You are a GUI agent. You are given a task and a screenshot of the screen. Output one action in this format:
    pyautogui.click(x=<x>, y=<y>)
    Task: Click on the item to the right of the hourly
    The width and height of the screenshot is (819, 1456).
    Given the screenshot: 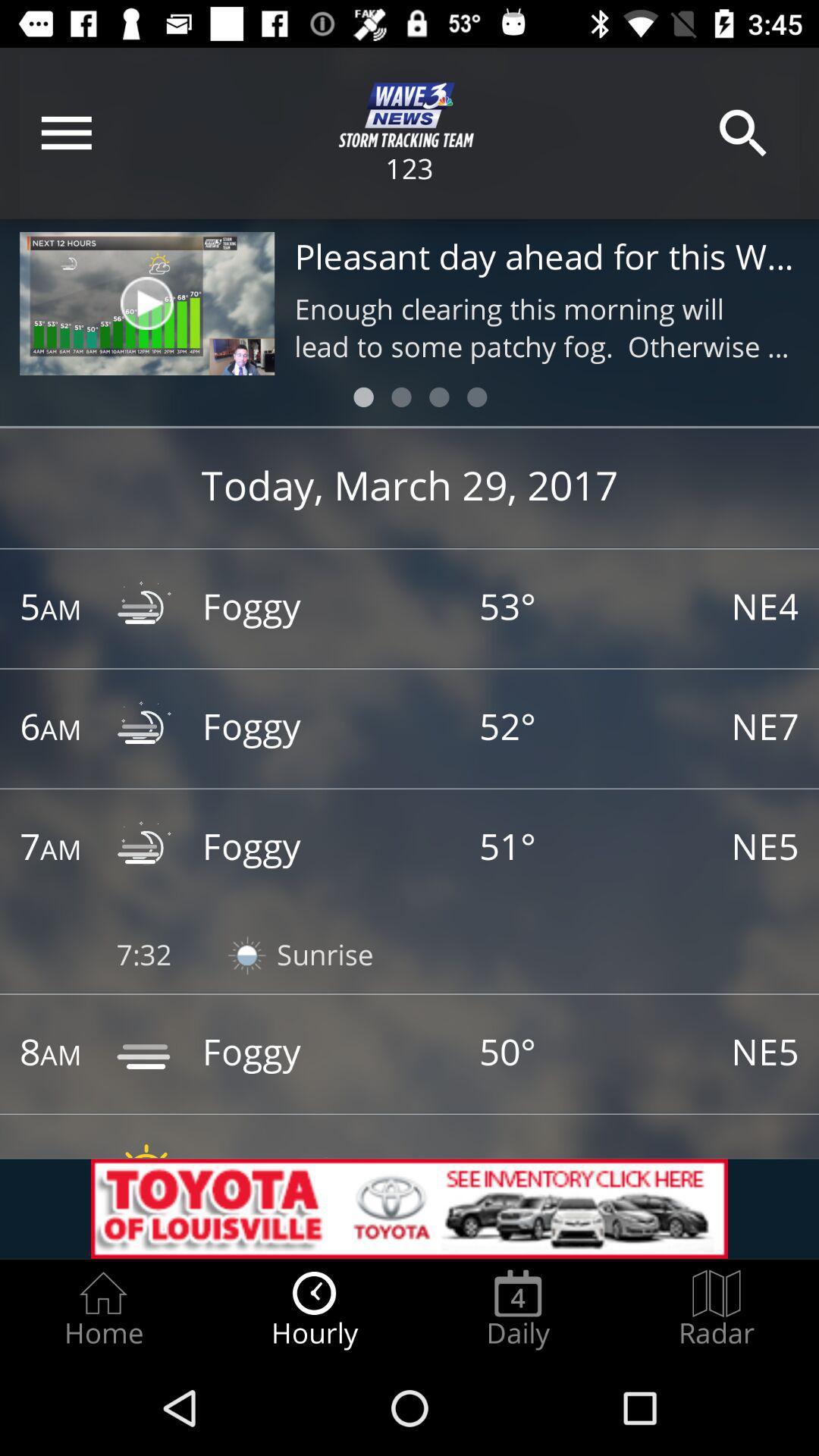 What is the action you would take?
    pyautogui.click(x=517, y=1309)
    